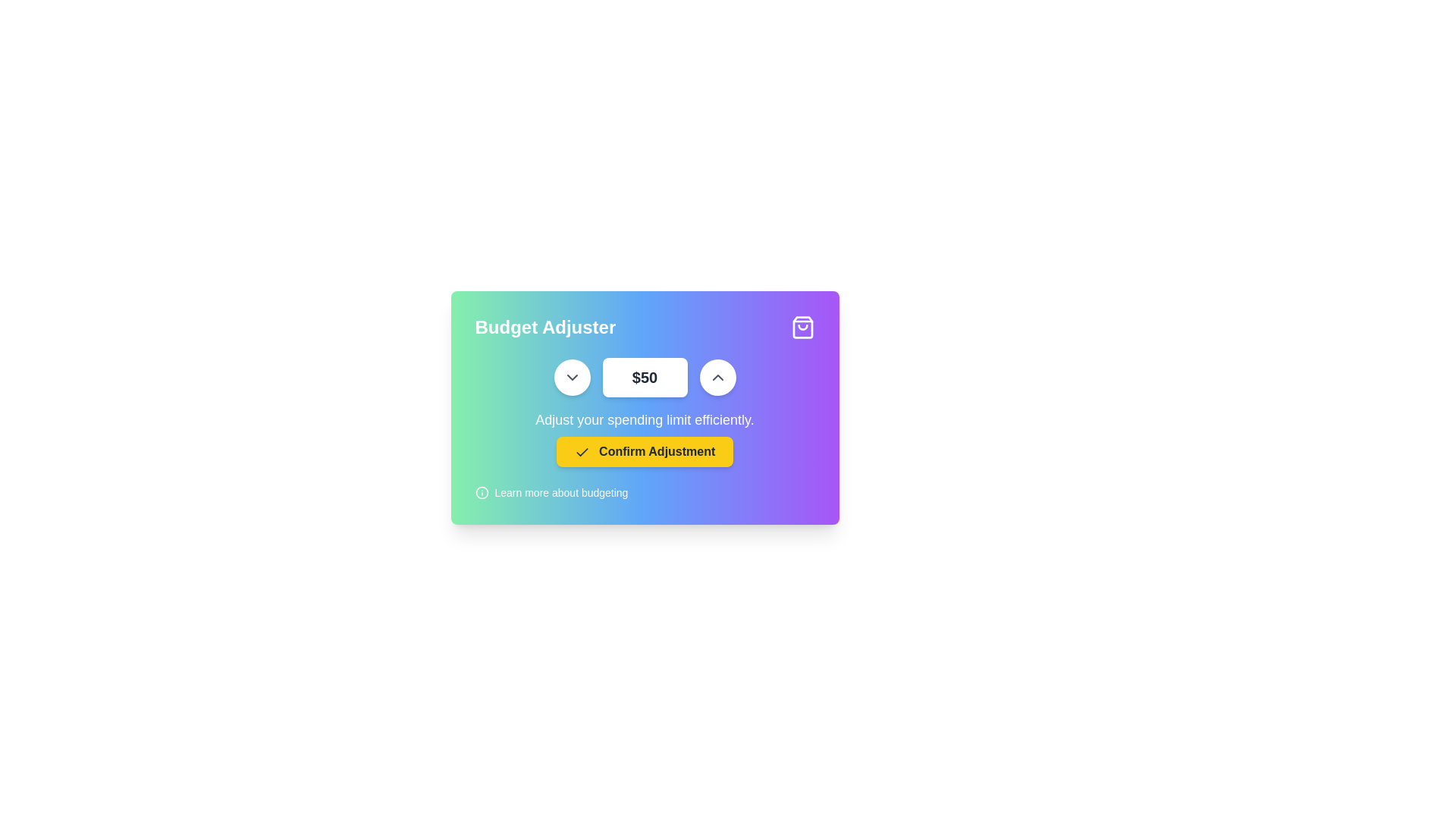 Image resolution: width=1456 pixels, height=819 pixels. Describe the element at coordinates (545, 327) in the screenshot. I see `the bold, large-sized text label that says 'Budget Adjuster', styled in white font on a gradient background transitioning from green to blue, located in the upper-left corner of a rectangular card` at that location.